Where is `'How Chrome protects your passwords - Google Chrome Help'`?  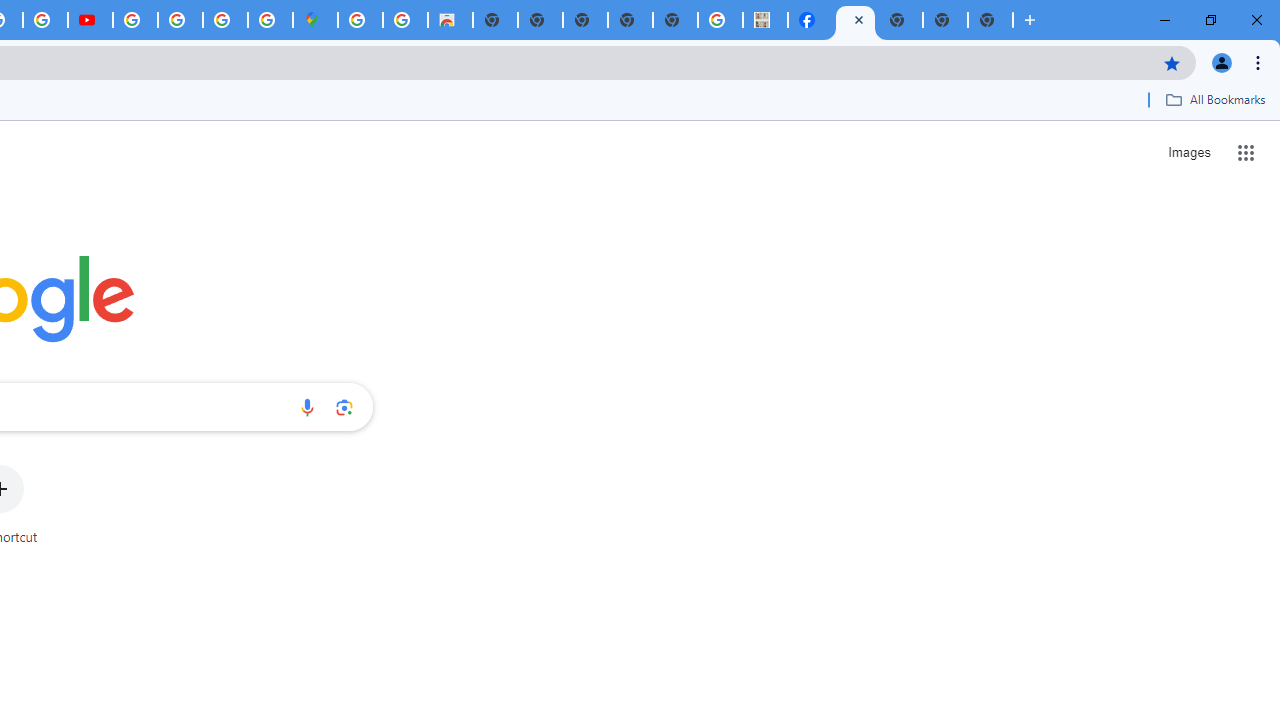 'How Chrome protects your passwords - Google Chrome Help' is located at coordinates (134, 20).